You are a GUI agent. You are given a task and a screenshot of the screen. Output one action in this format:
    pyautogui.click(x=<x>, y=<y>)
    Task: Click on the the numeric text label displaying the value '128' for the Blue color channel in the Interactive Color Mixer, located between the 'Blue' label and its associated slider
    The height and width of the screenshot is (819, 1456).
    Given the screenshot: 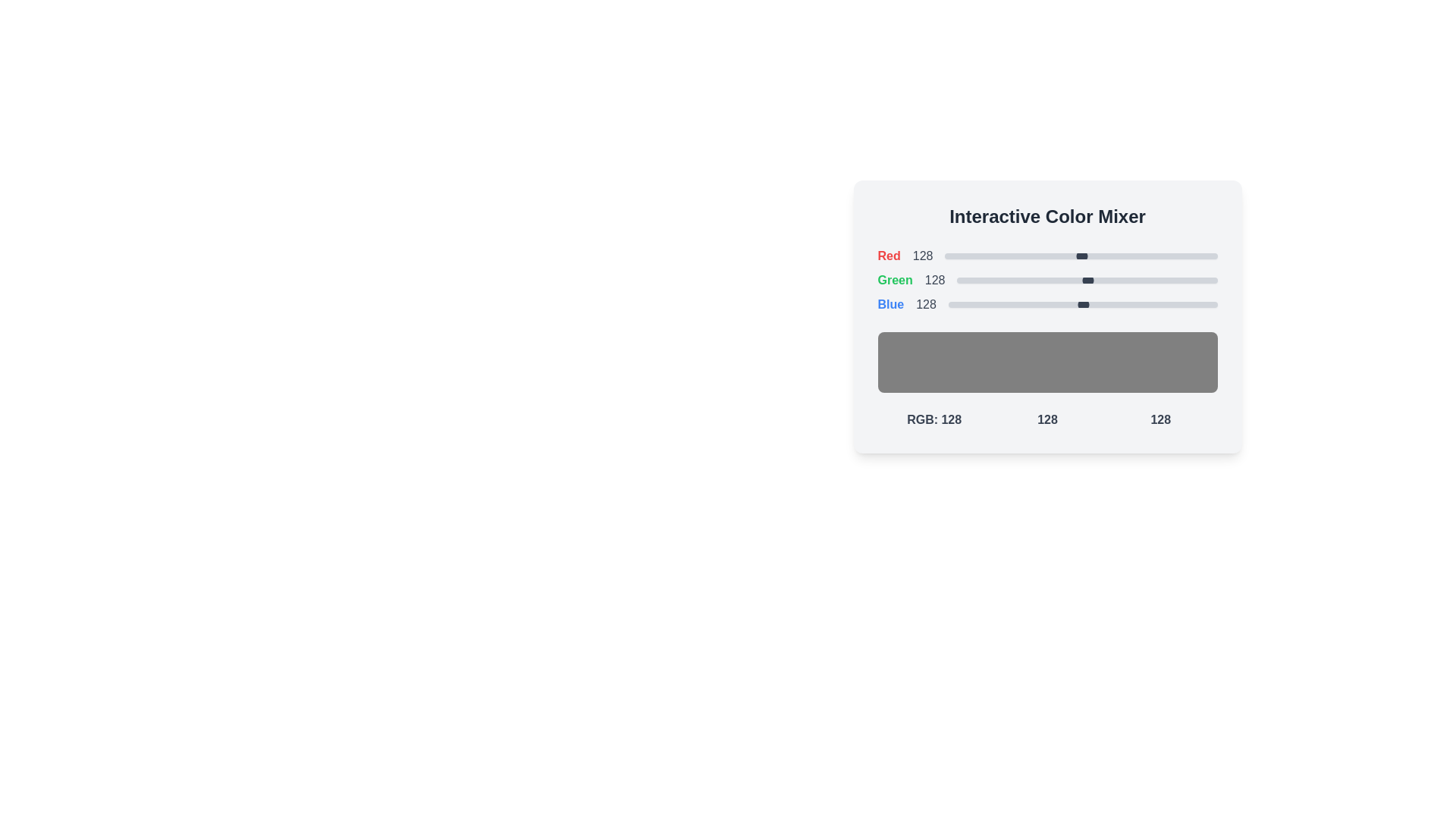 What is the action you would take?
    pyautogui.click(x=925, y=304)
    